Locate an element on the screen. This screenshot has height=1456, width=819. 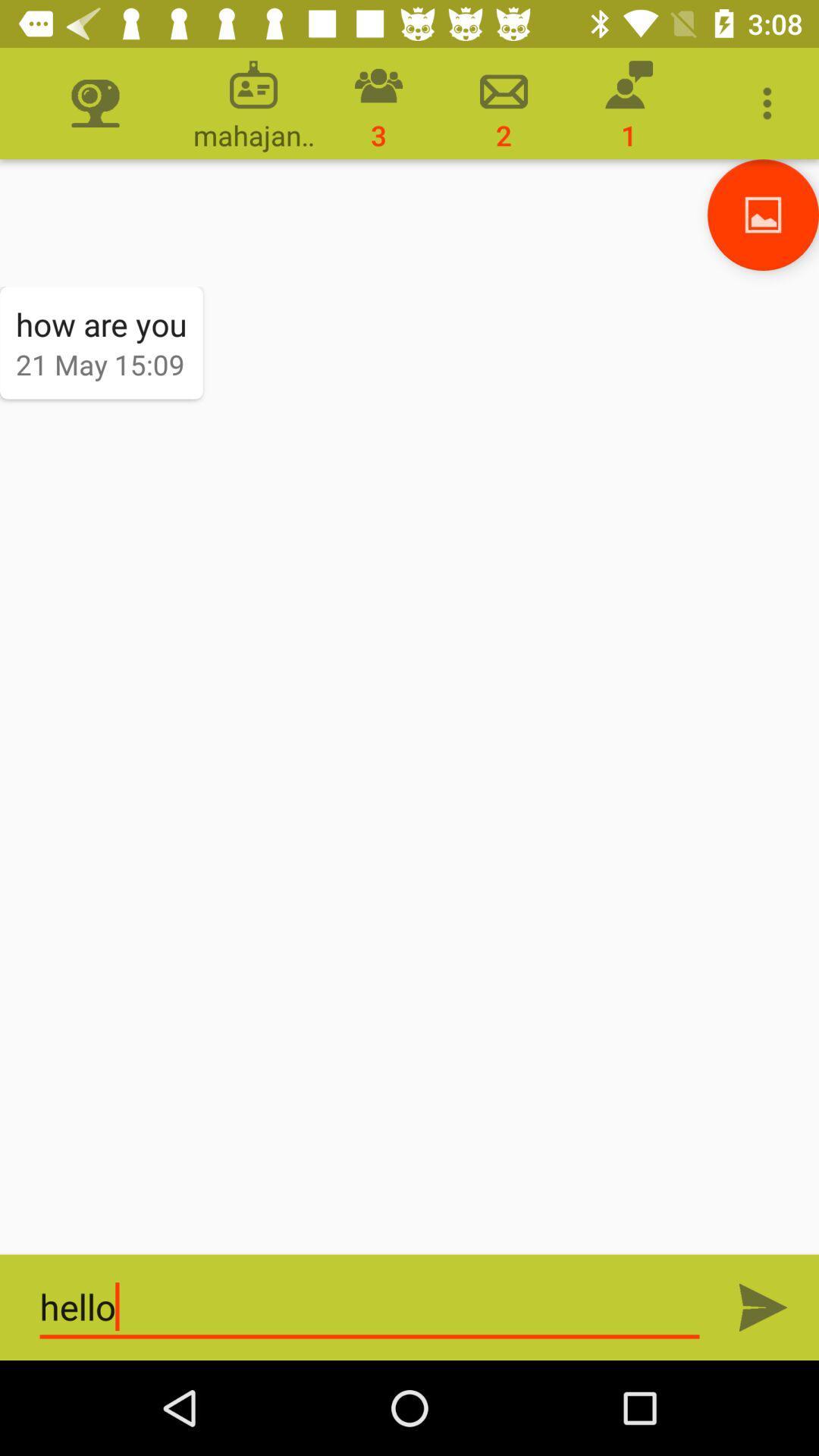
the more options icon is located at coordinates (771, 103).